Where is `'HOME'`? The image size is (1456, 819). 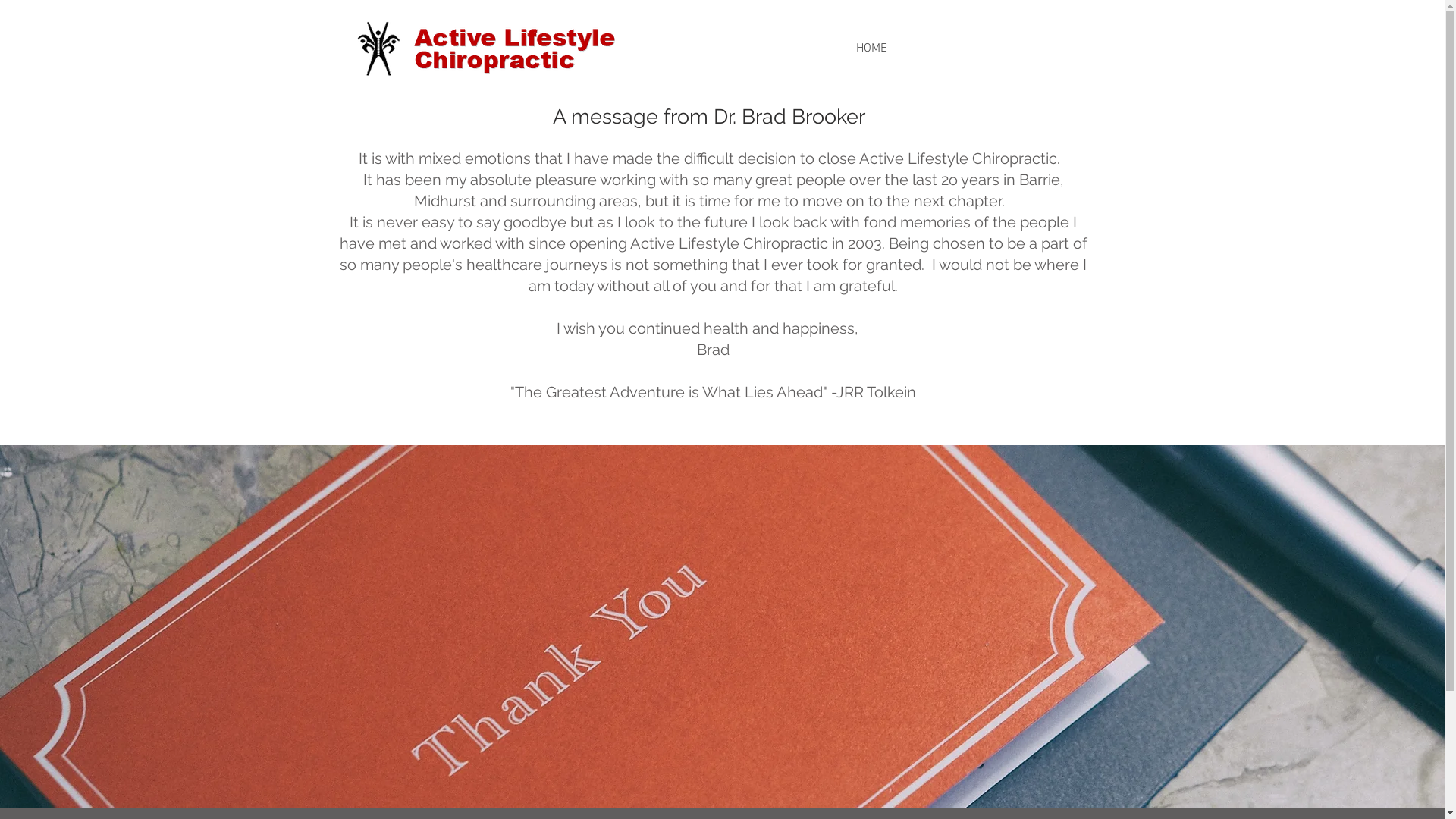 'HOME' is located at coordinates (871, 48).